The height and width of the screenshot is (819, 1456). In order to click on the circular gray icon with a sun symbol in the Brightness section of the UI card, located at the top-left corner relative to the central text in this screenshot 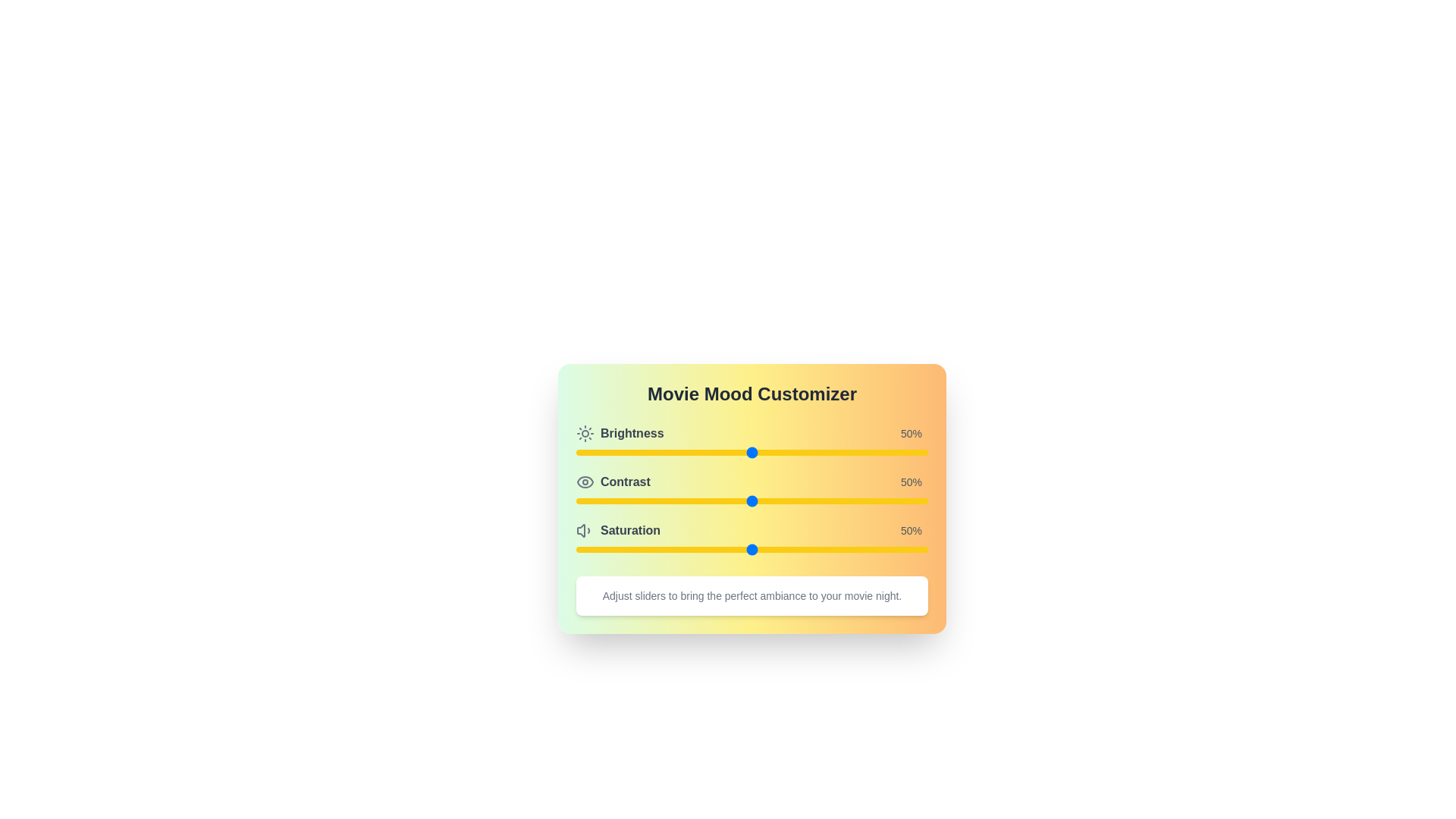, I will do `click(585, 433)`.